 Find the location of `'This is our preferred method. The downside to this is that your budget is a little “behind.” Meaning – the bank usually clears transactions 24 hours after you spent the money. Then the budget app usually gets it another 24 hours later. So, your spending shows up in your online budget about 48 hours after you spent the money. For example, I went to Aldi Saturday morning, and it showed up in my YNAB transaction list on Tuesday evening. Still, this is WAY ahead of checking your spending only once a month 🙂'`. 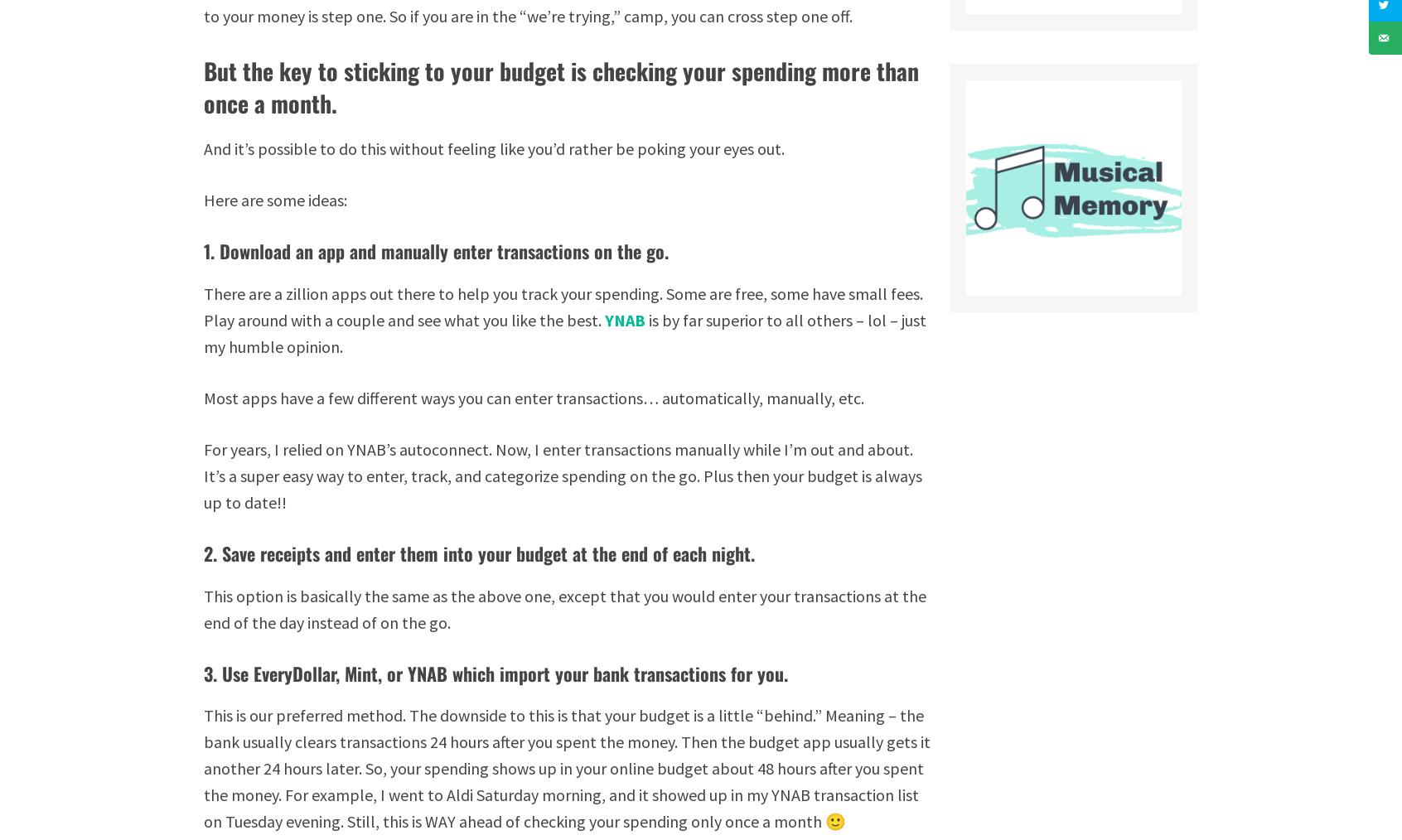

'This is our preferred method. The downside to this is that your budget is a little “behind.” Meaning – the bank usually clears transactions 24 hours after you spent the money. Then the budget app usually gets it another 24 hours later. So, your spending shows up in your online budget about 48 hours after you spent the money. For example, I went to Aldi Saturday morning, and it showed up in my YNAB transaction list on Tuesday evening. Still, this is WAY ahead of checking your spending only once a month 🙂' is located at coordinates (567, 767).